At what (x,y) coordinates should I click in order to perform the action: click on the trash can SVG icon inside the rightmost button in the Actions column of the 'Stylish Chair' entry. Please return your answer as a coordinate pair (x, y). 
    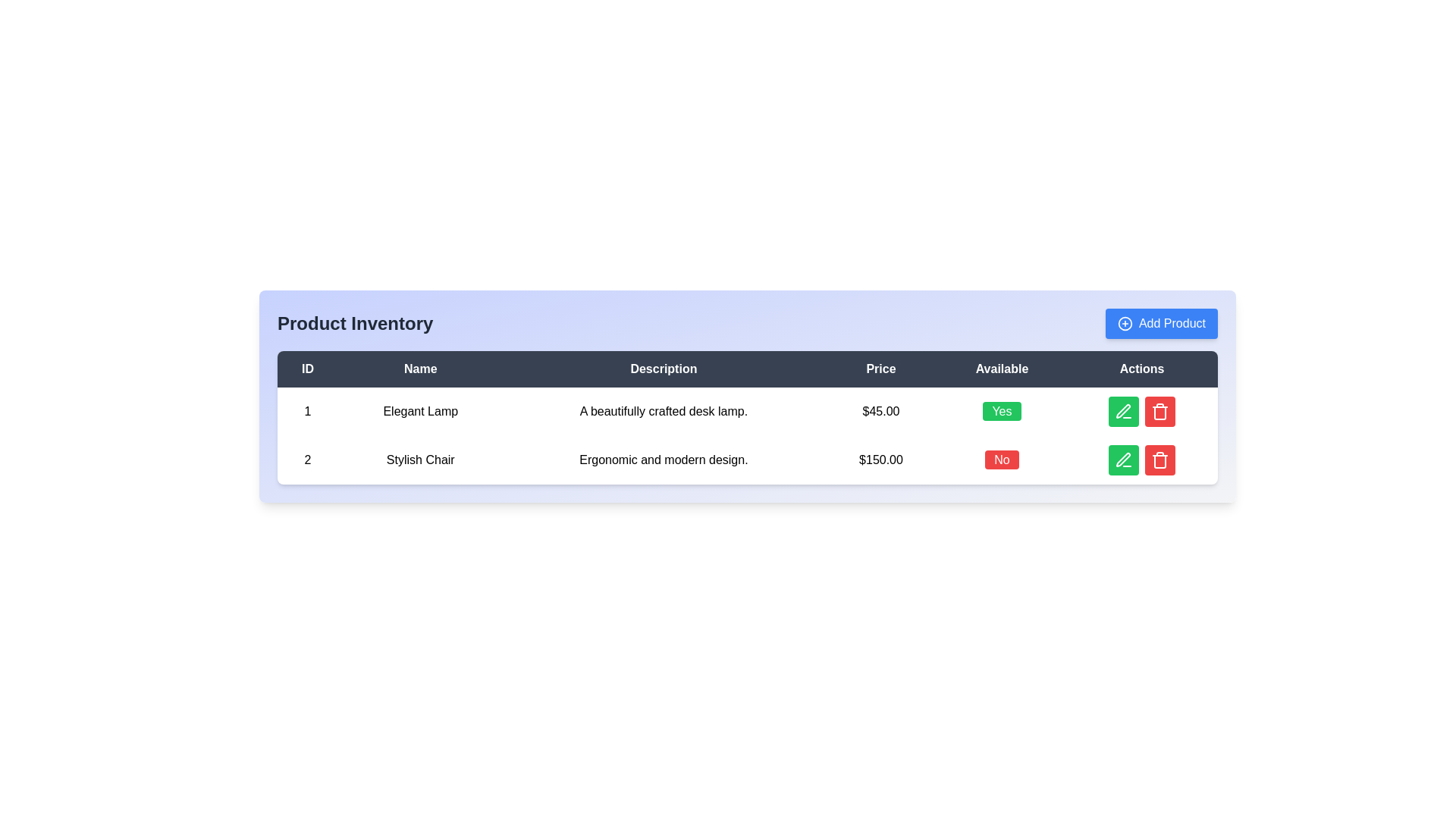
    Looking at the image, I should click on (1159, 459).